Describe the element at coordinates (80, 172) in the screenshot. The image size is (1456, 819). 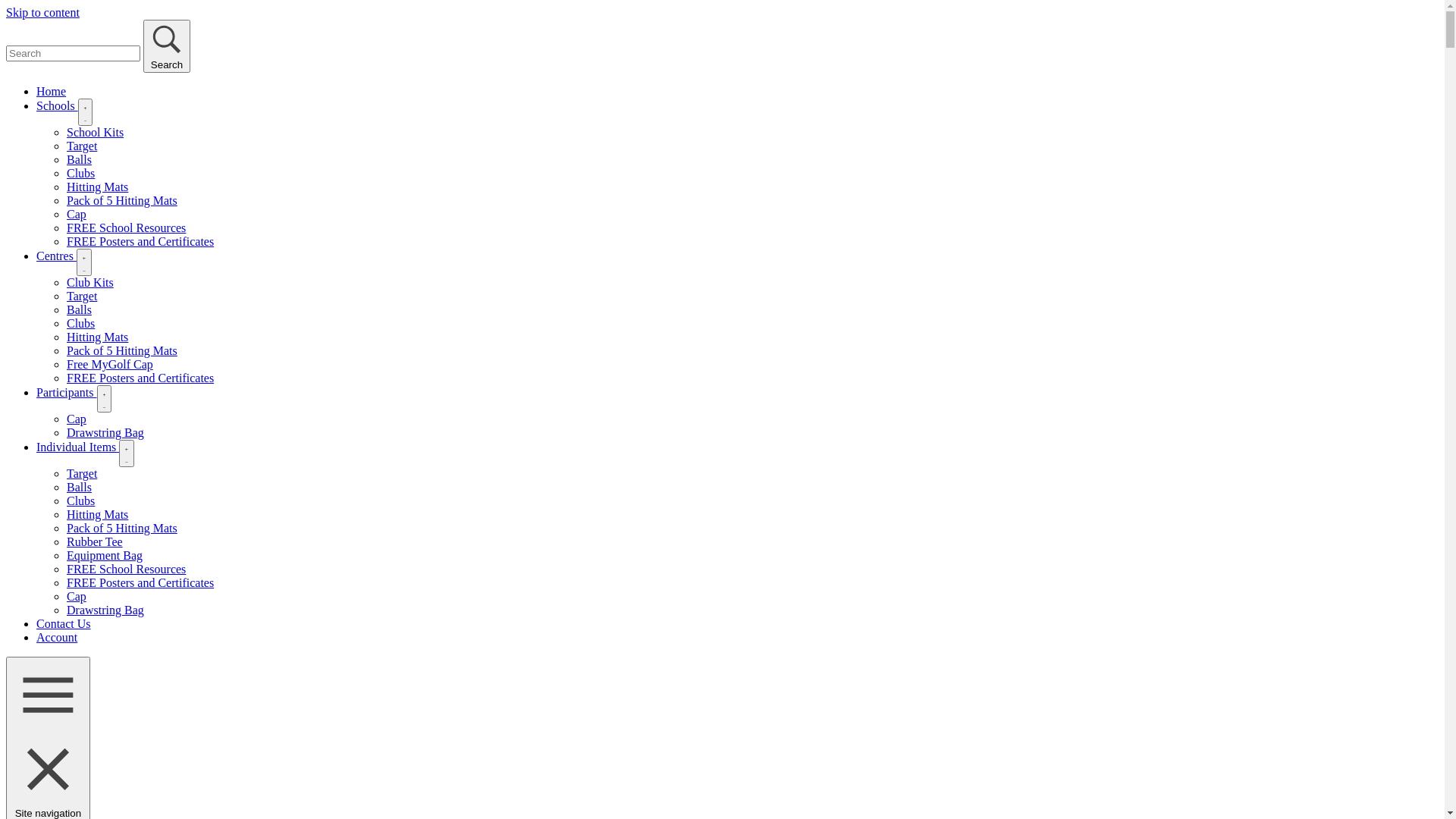
I see `'Clubs'` at that location.